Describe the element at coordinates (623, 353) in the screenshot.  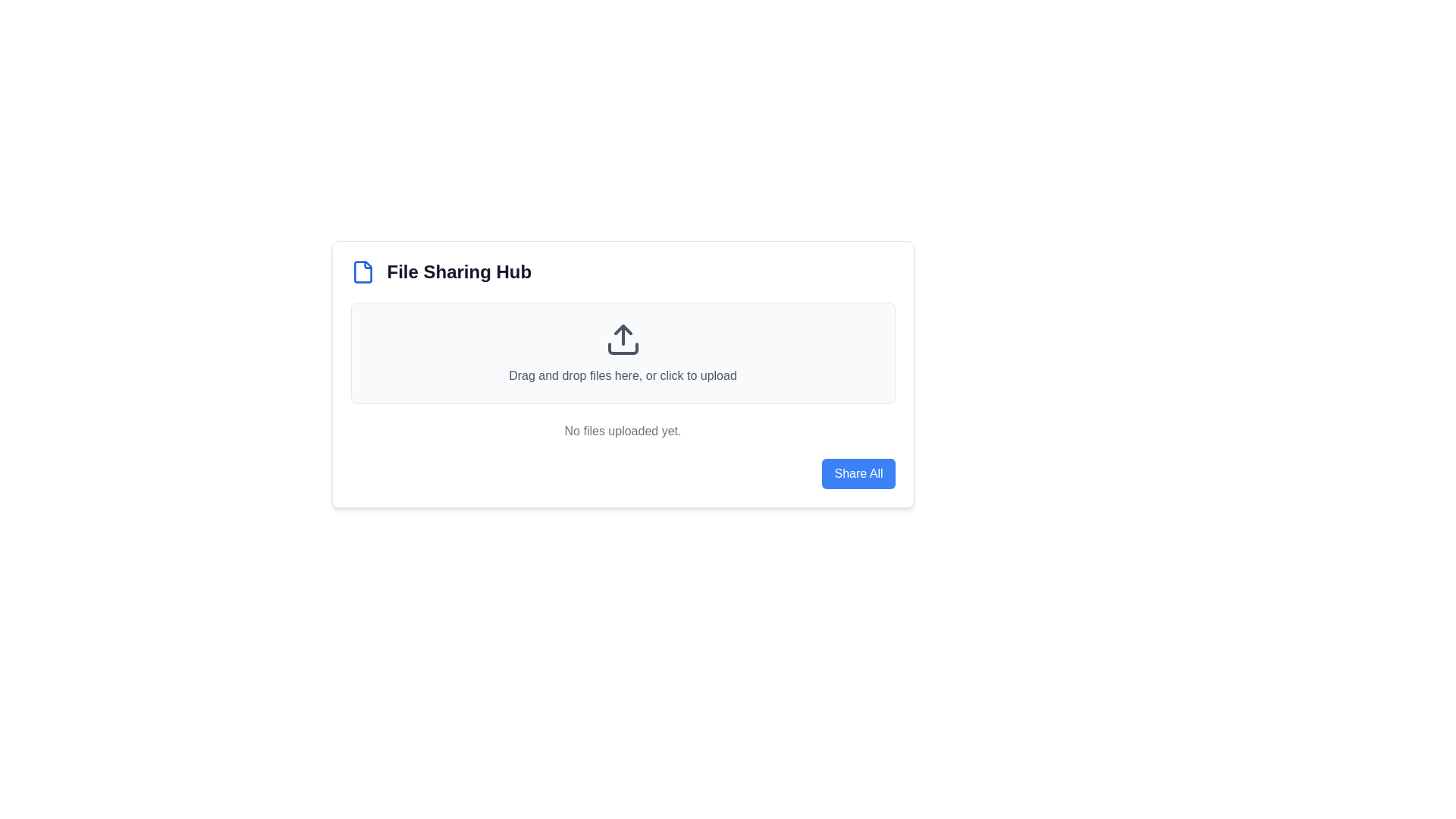
I see `the File upload drag-and-drop area, which features a light gray background, a central upload icon, and the text 'Drag and drop files here, or click to upload' below it` at that location.